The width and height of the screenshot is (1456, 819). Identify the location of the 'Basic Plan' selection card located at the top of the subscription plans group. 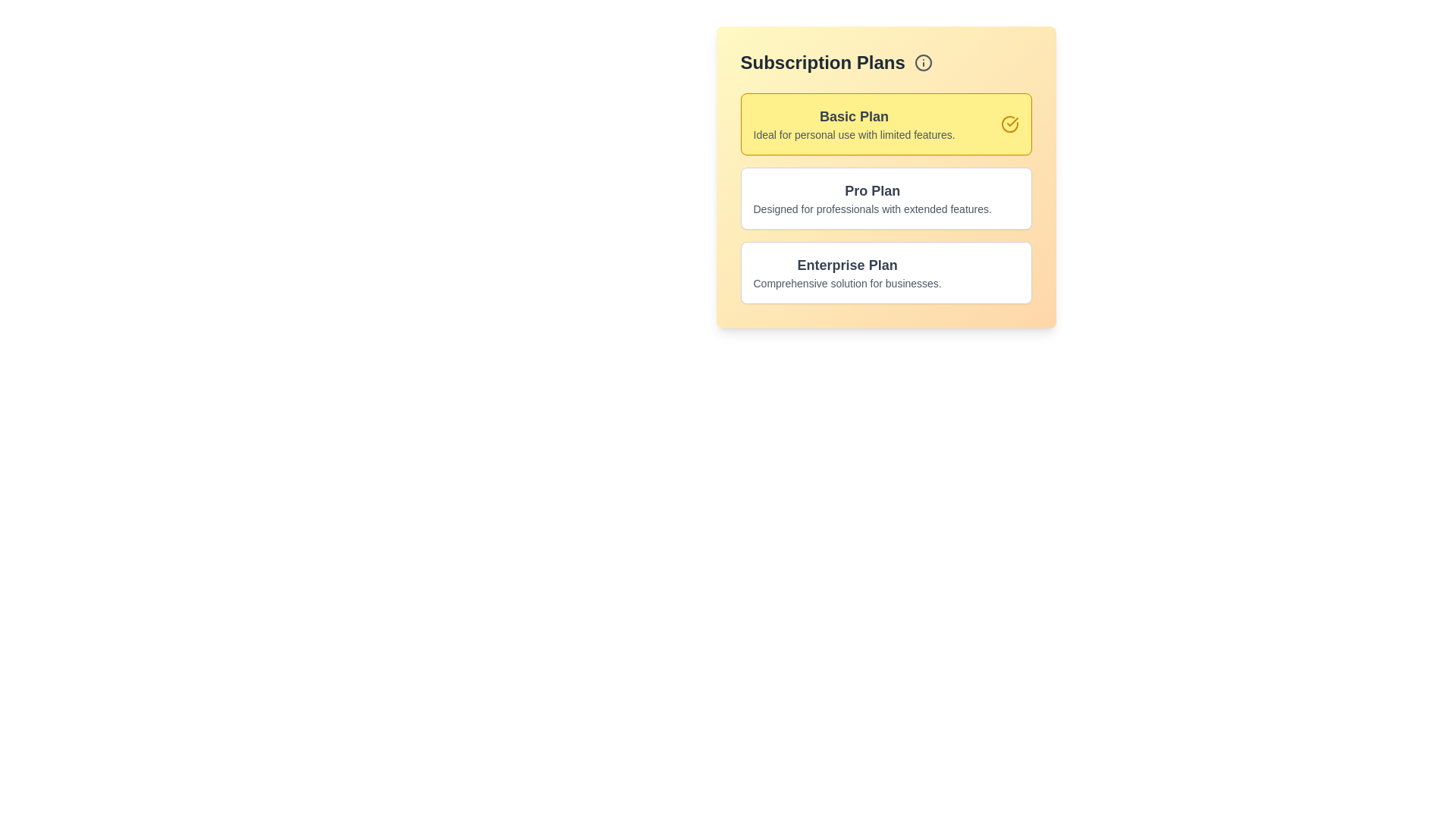
(886, 124).